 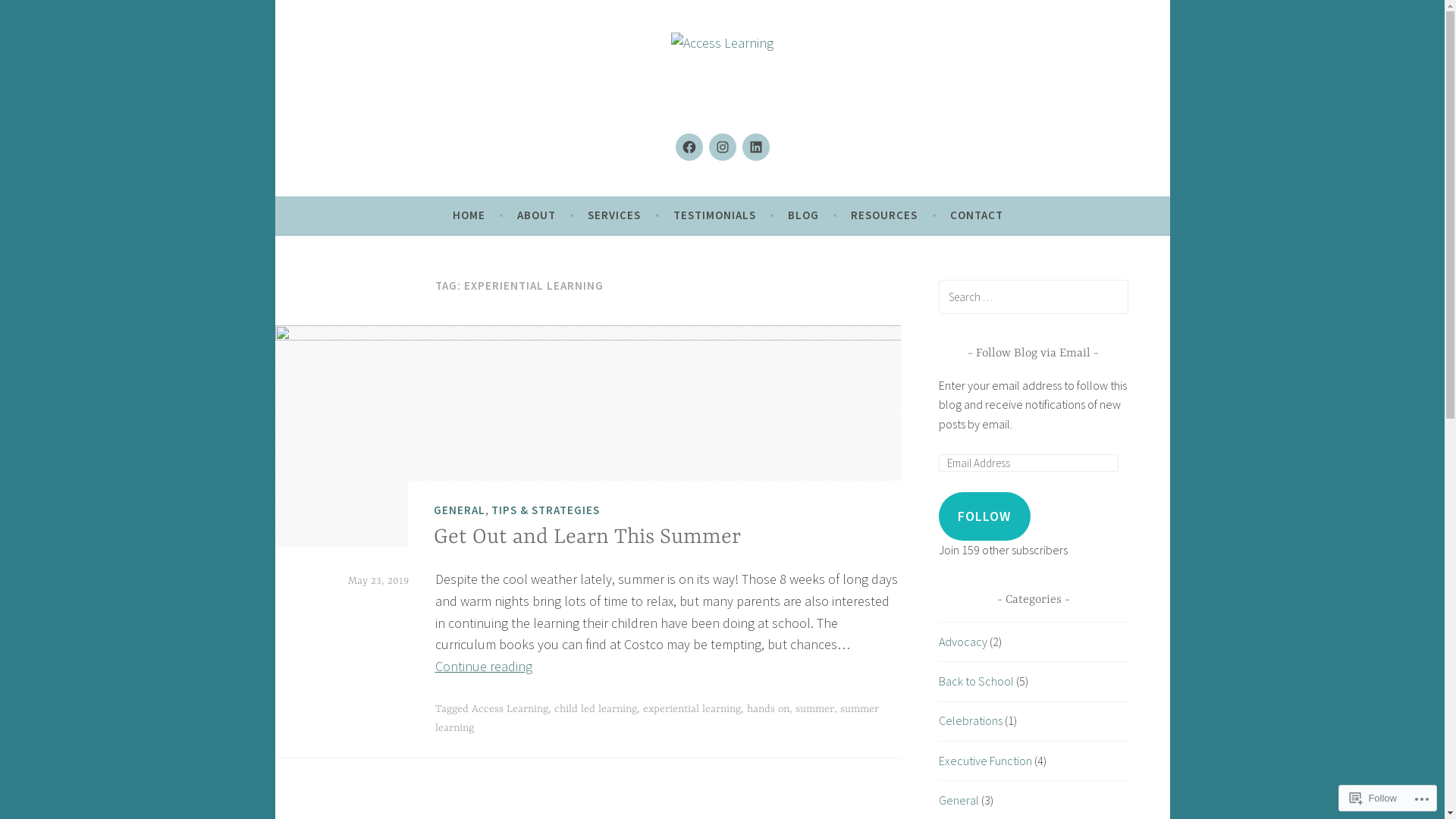 I want to click on 'FOLLOW', so click(x=985, y=516).